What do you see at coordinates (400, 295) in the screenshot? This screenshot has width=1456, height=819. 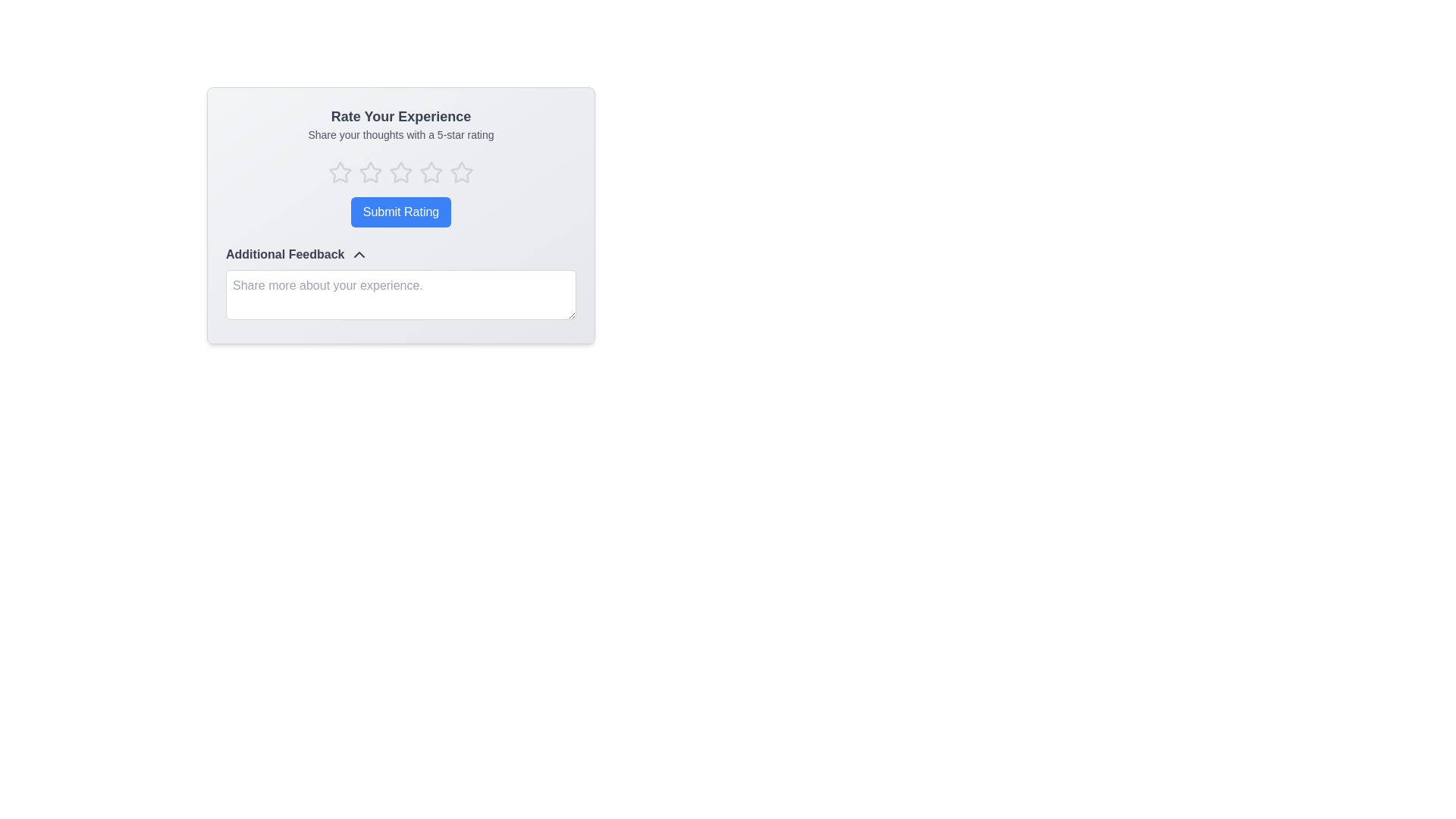 I see `the Multiline Text Input Field below the 'Additional Feedback' label to focus on it` at bounding box center [400, 295].